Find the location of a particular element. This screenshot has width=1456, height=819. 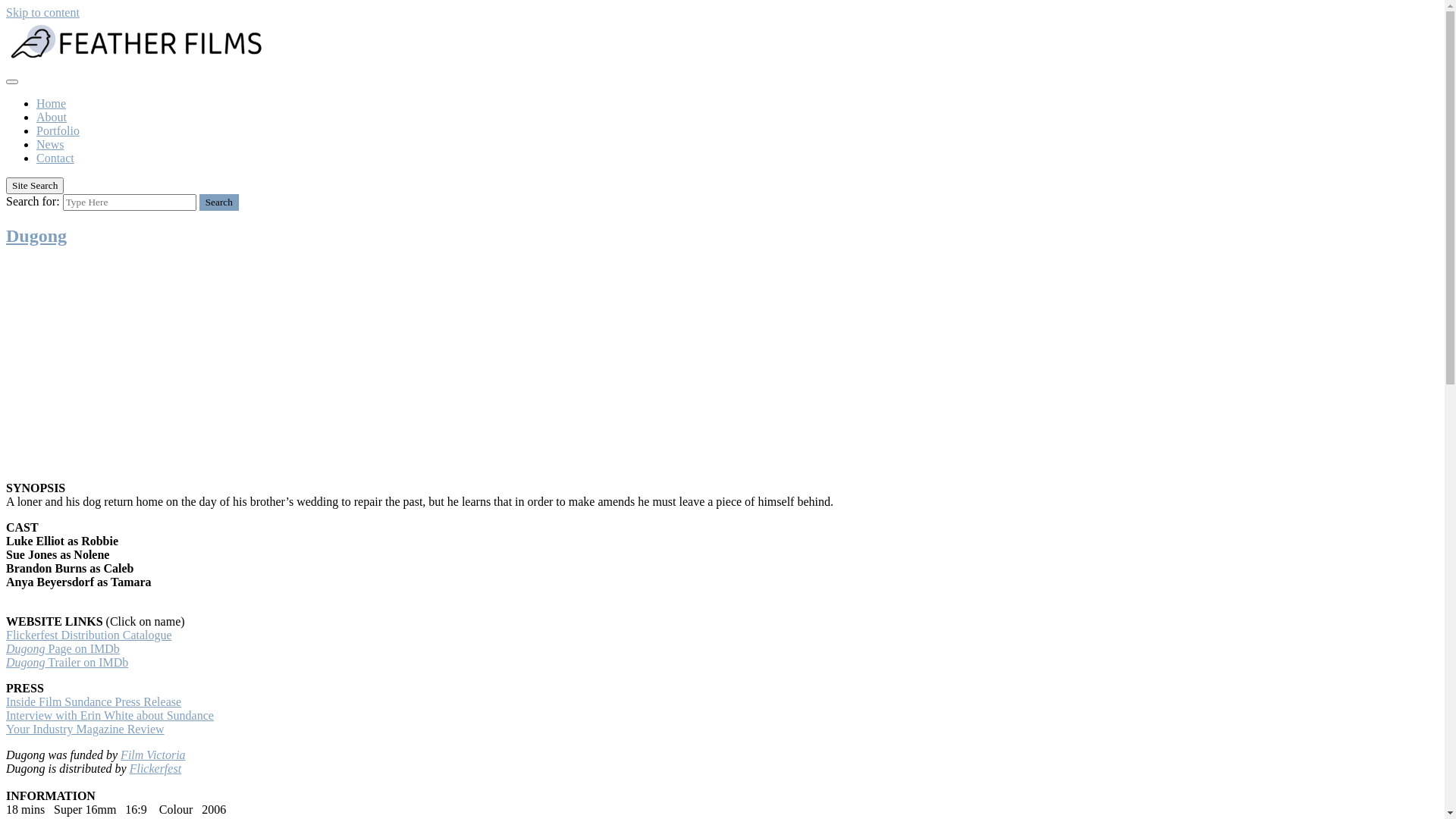

'Dugong - TRAILER' is located at coordinates (218, 363).